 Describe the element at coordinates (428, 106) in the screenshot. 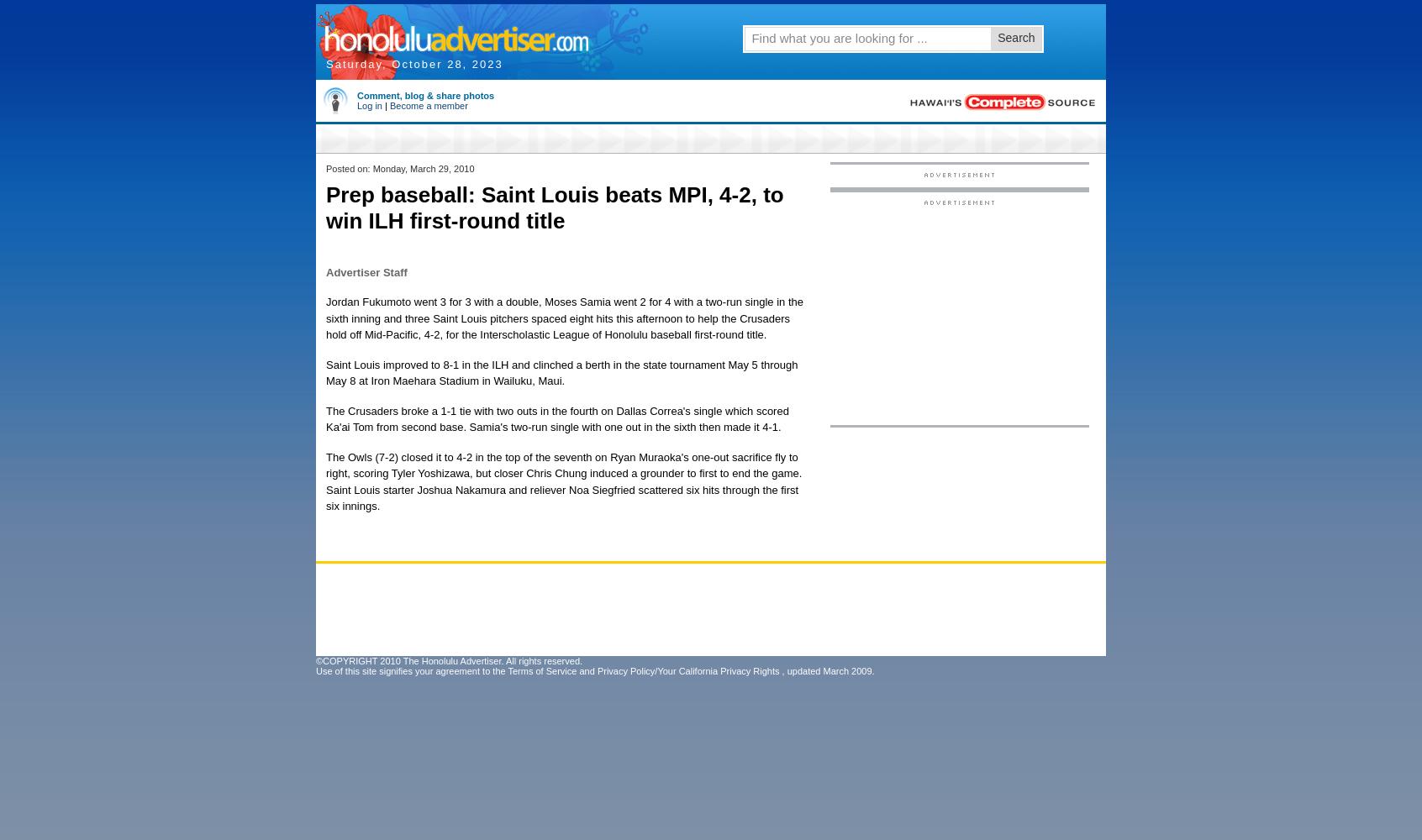

I see `'Become a member'` at that location.